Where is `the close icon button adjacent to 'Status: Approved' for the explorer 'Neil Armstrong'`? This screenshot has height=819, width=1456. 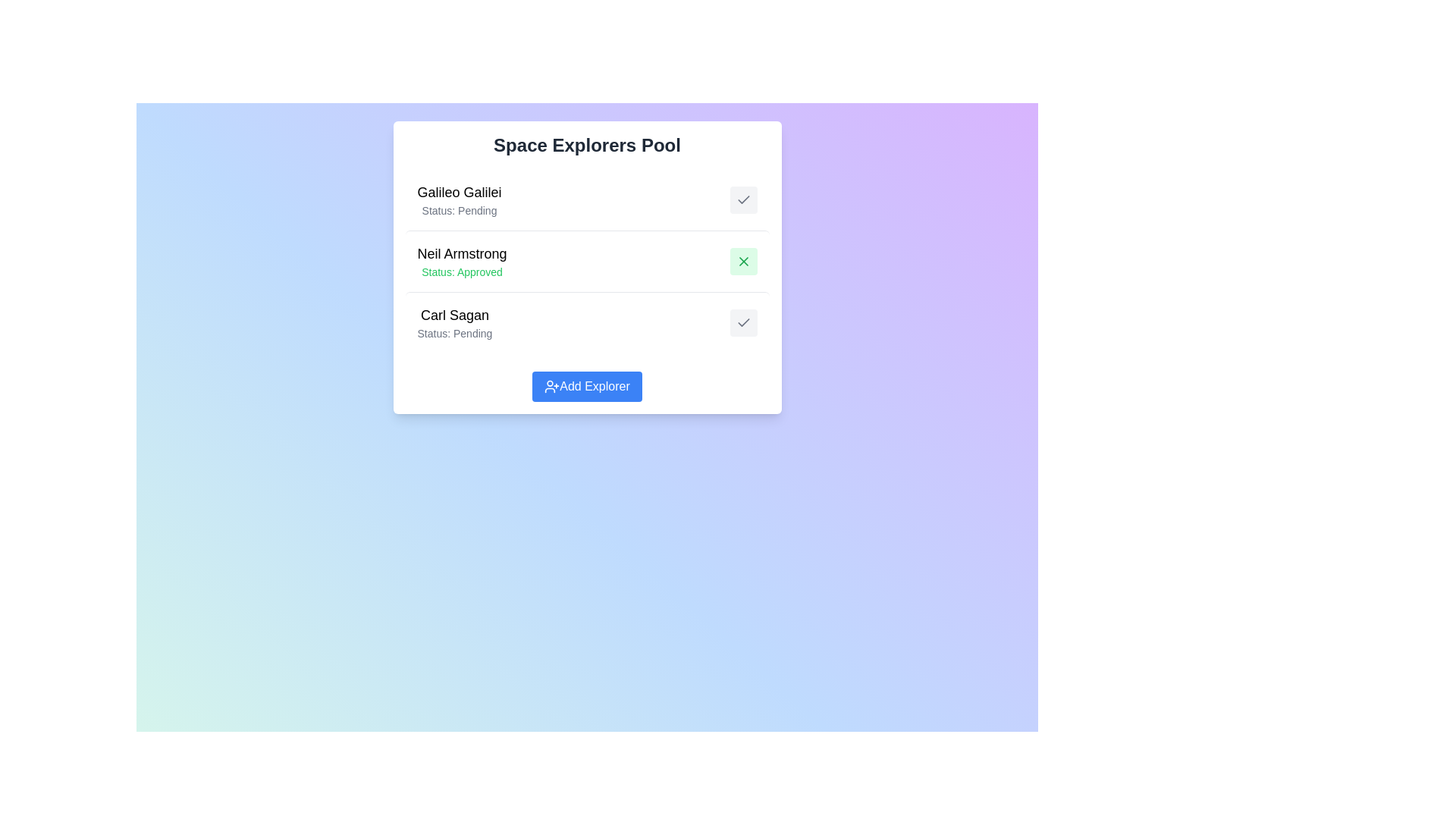
the close icon button adjacent to 'Status: Approved' for the explorer 'Neil Armstrong' is located at coordinates (743, 260).